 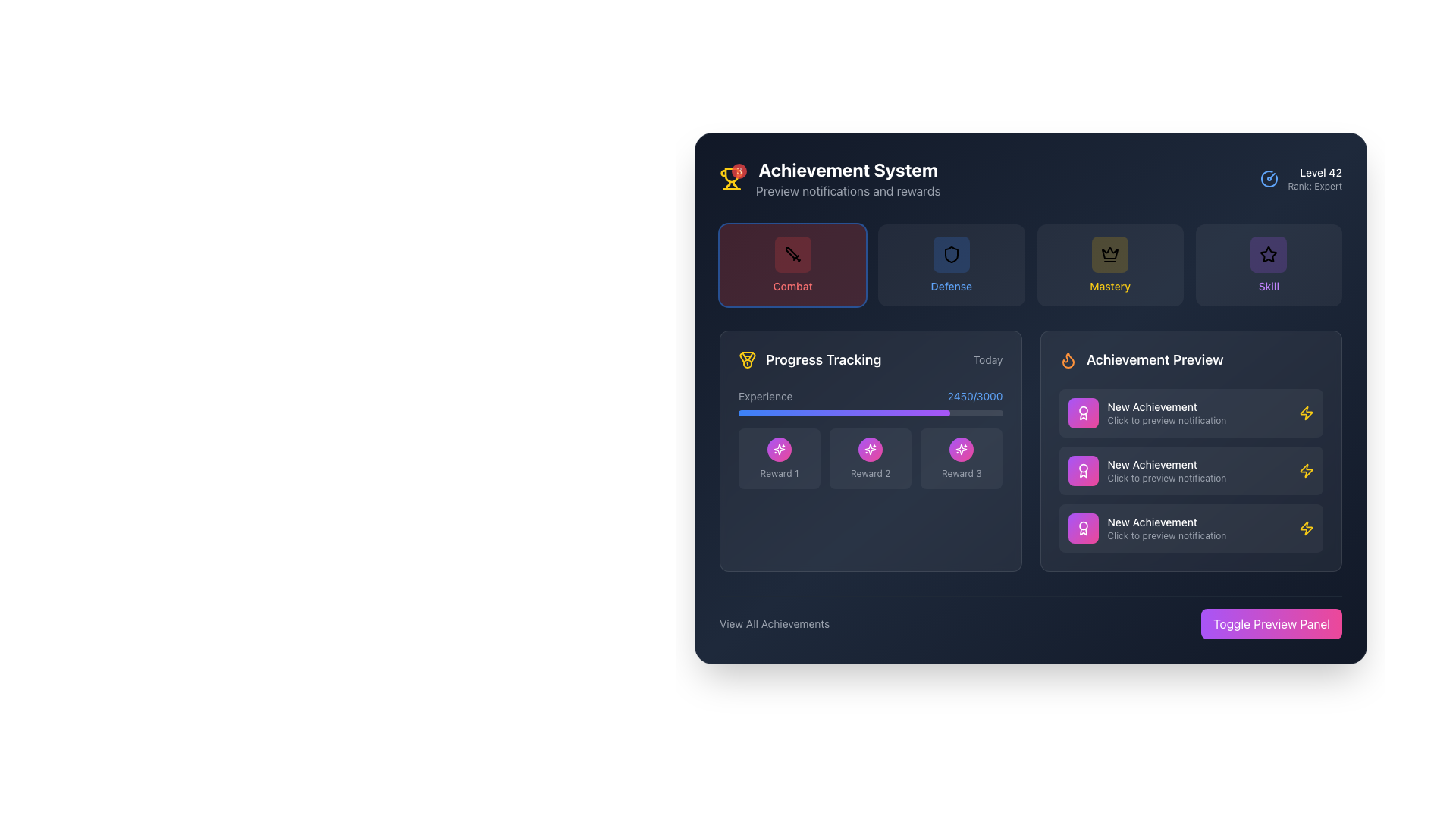 I want to click on the 'Skill' button in the top-right corner of the interface, so click(x=1269, y=265).